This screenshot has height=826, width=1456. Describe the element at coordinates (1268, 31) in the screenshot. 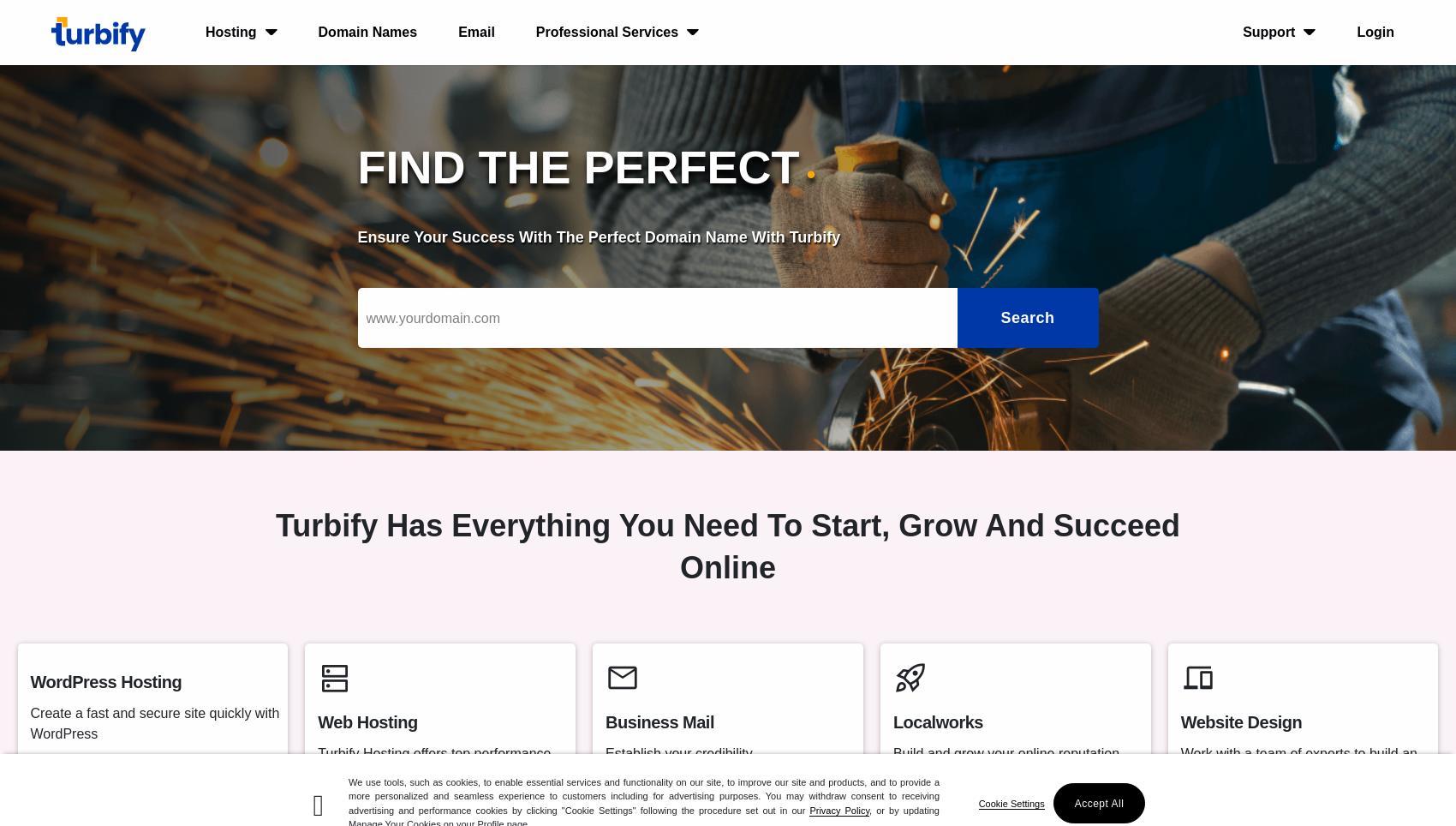

I see `'Support'` at that location.